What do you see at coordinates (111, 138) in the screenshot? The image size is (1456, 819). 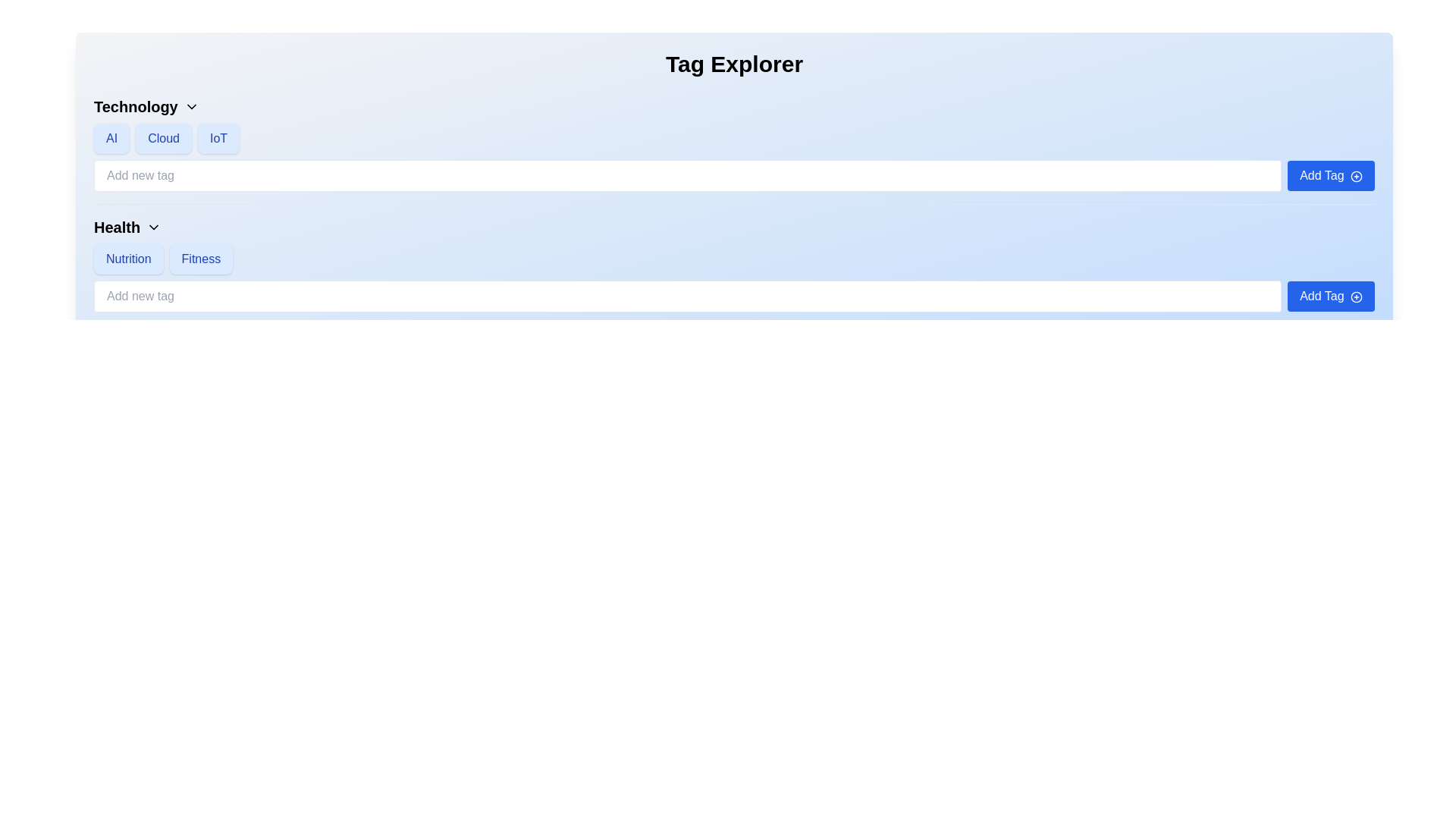 I see `the first button in the 'Technology' section that represents a tag for categorizing content related to 'AI'` at bounding box center [111, 138].